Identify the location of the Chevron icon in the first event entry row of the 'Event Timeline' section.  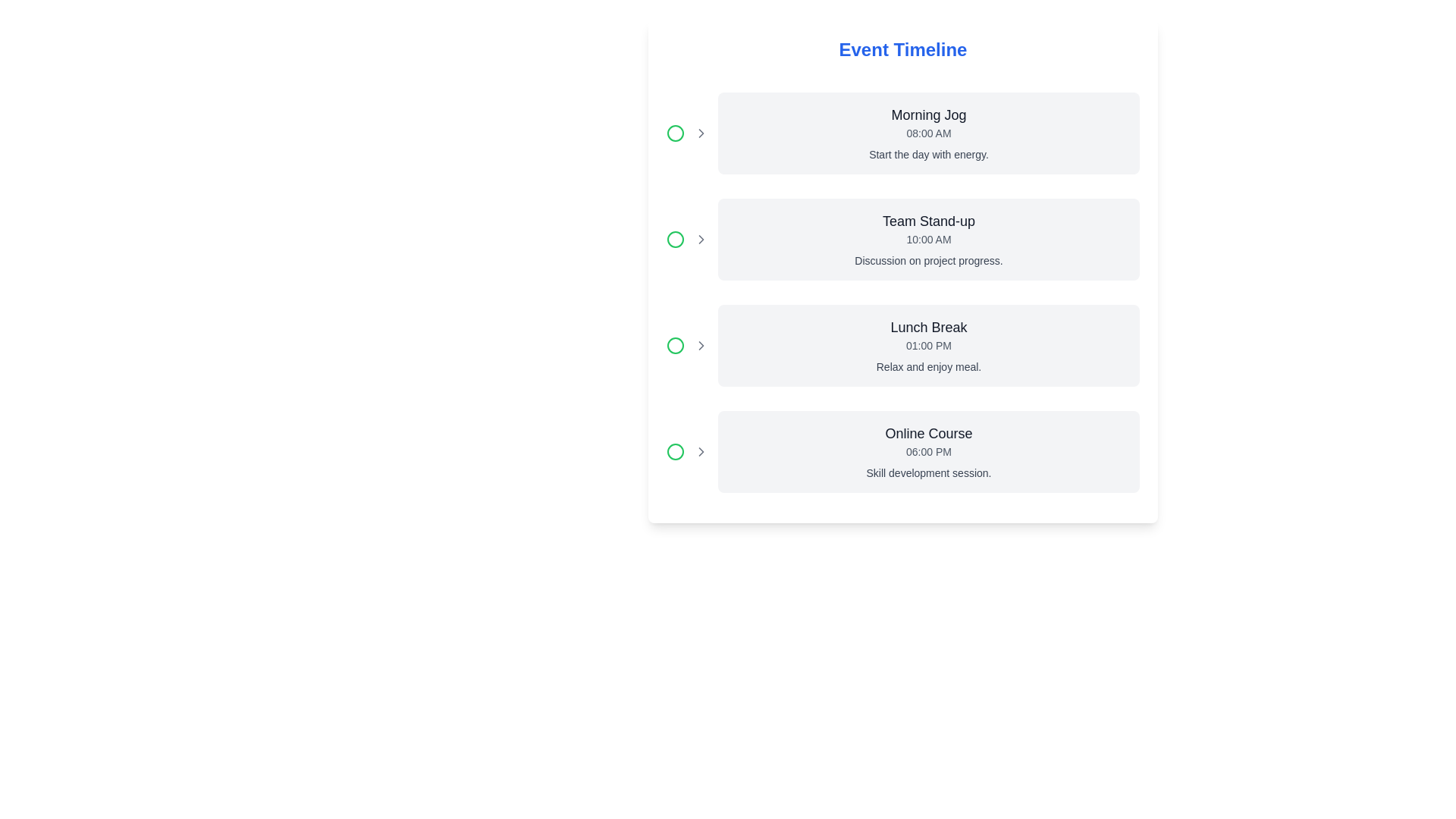
(701, 133).